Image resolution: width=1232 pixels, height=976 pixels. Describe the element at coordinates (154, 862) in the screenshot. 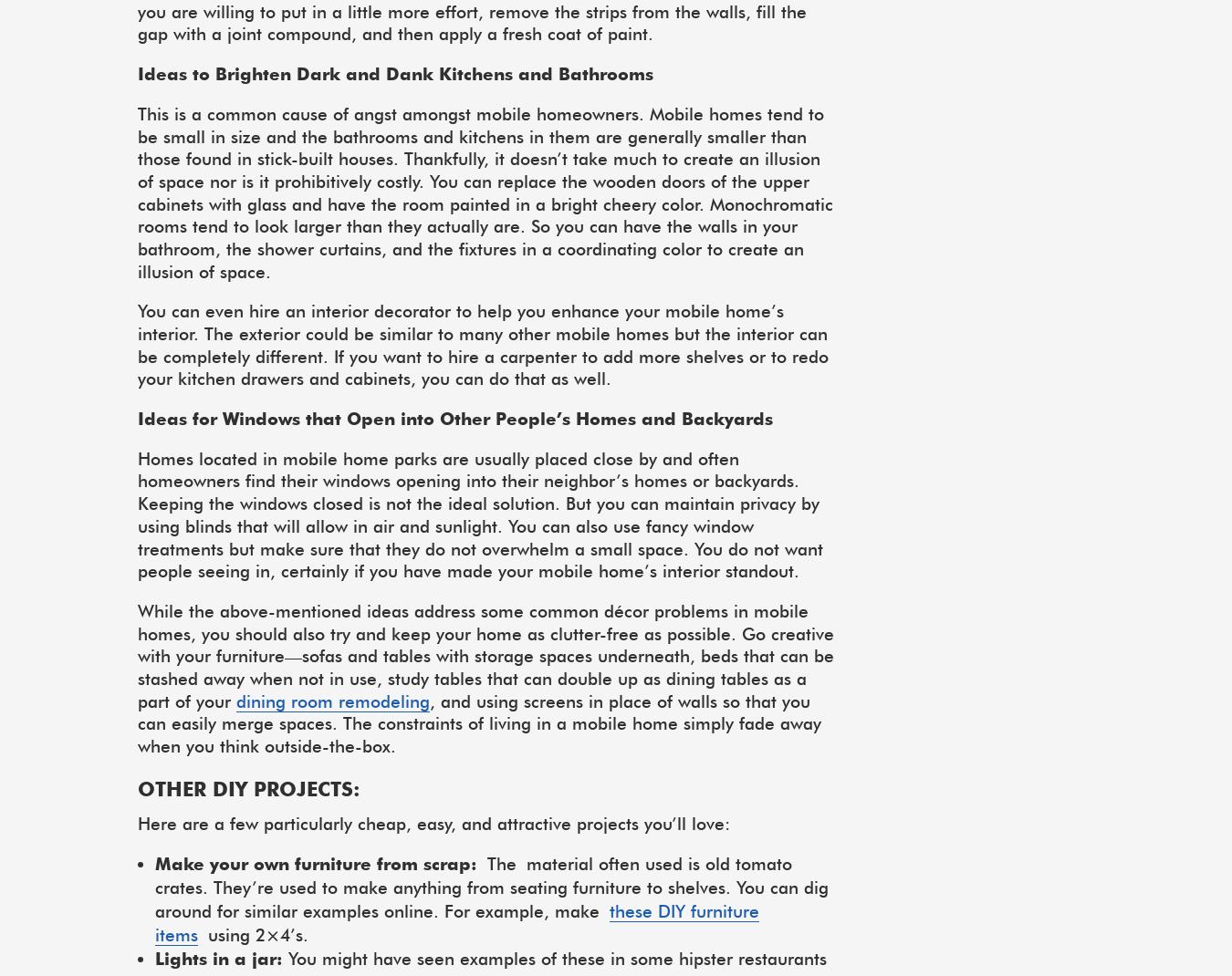

I see `'Make your own furniture from scrap:'` at that location.